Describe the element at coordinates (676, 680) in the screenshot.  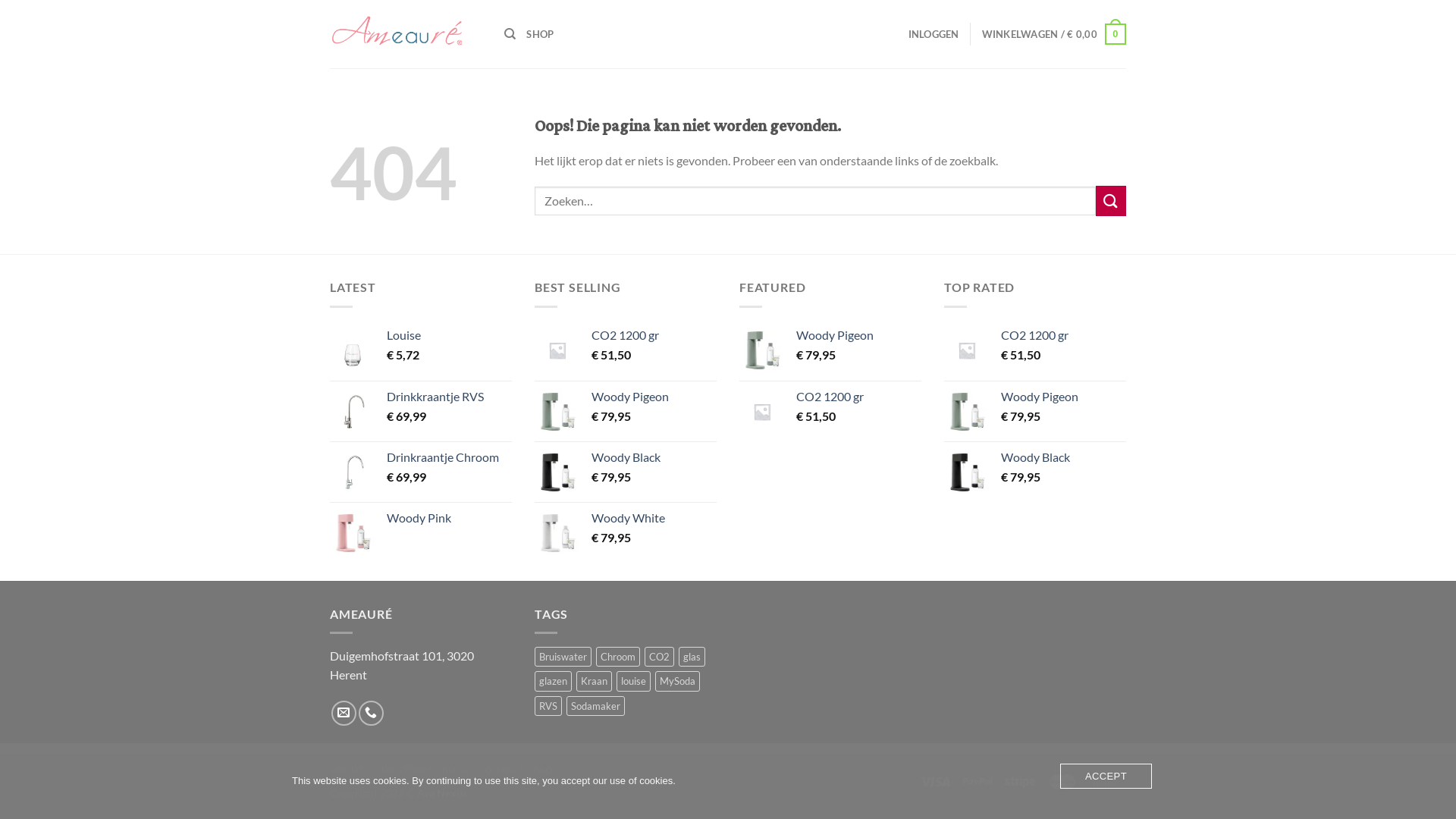
I see `'MySoda'` at that location.